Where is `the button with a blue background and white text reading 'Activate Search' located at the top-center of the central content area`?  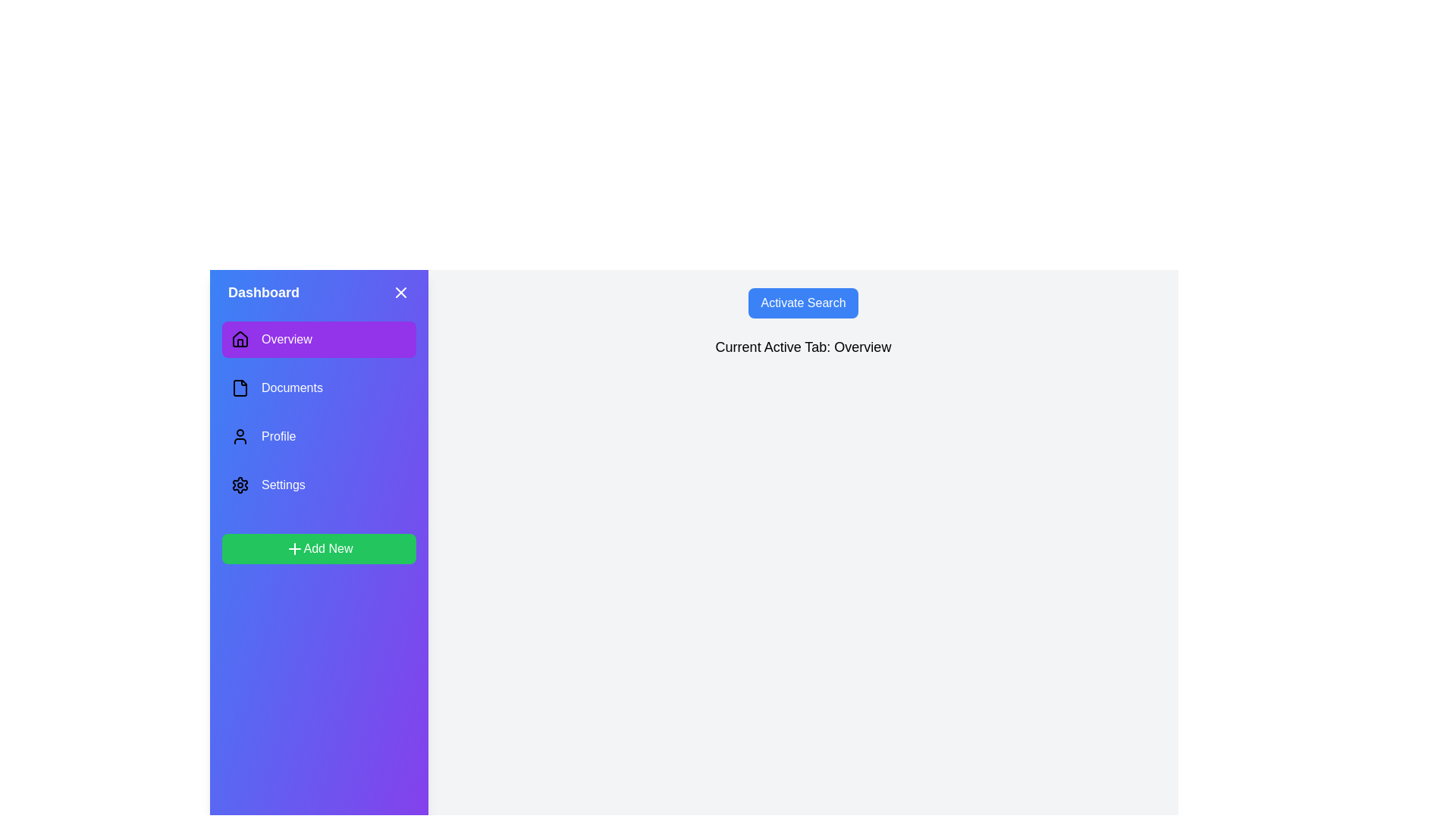
the button with a blue background and white text reading 'Activate Search' located at the top-center of the central content area is located at coordinates (802, 303).